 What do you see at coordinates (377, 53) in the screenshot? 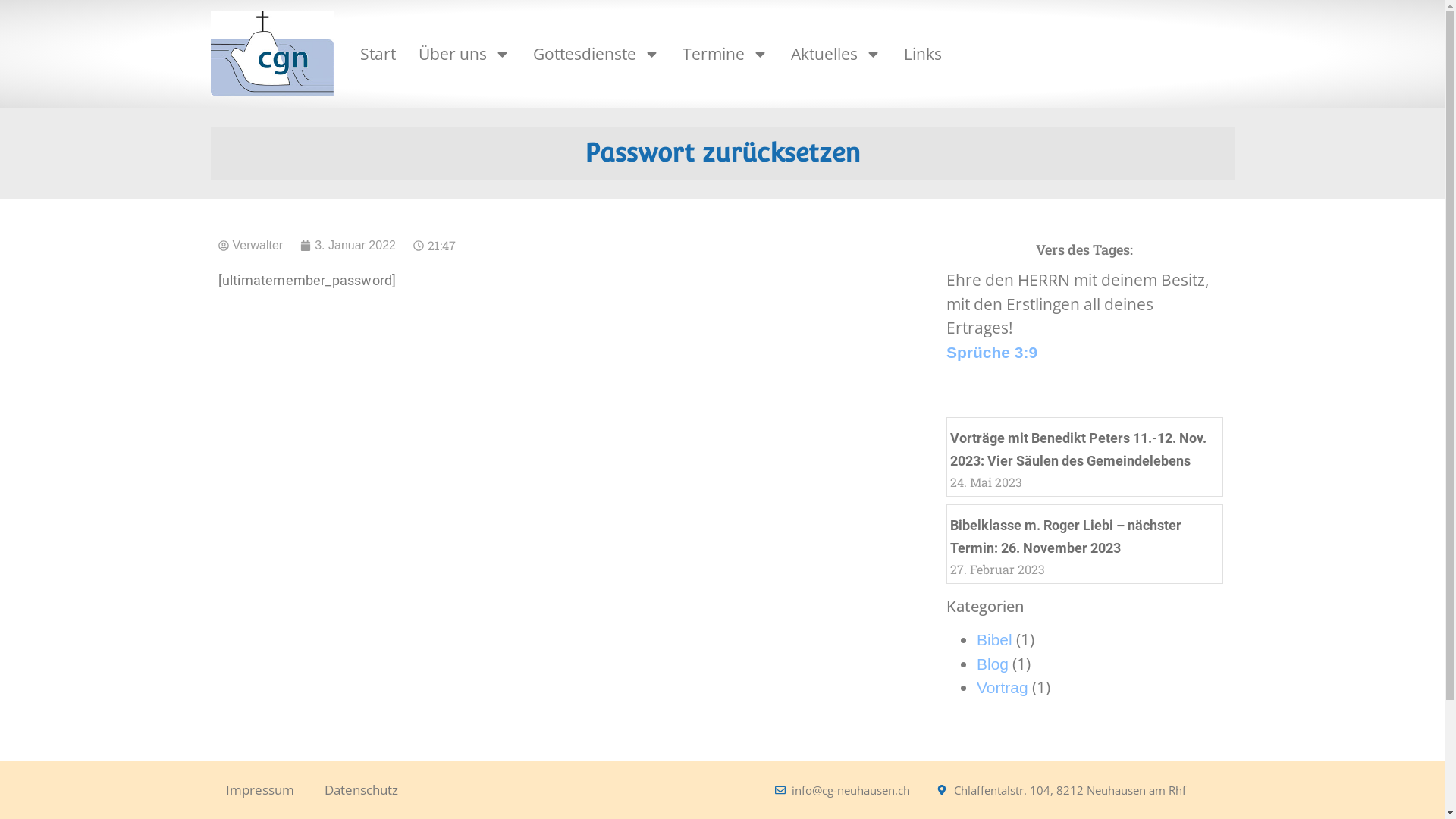
I see `'Start'` at bounding box center [377, 53].